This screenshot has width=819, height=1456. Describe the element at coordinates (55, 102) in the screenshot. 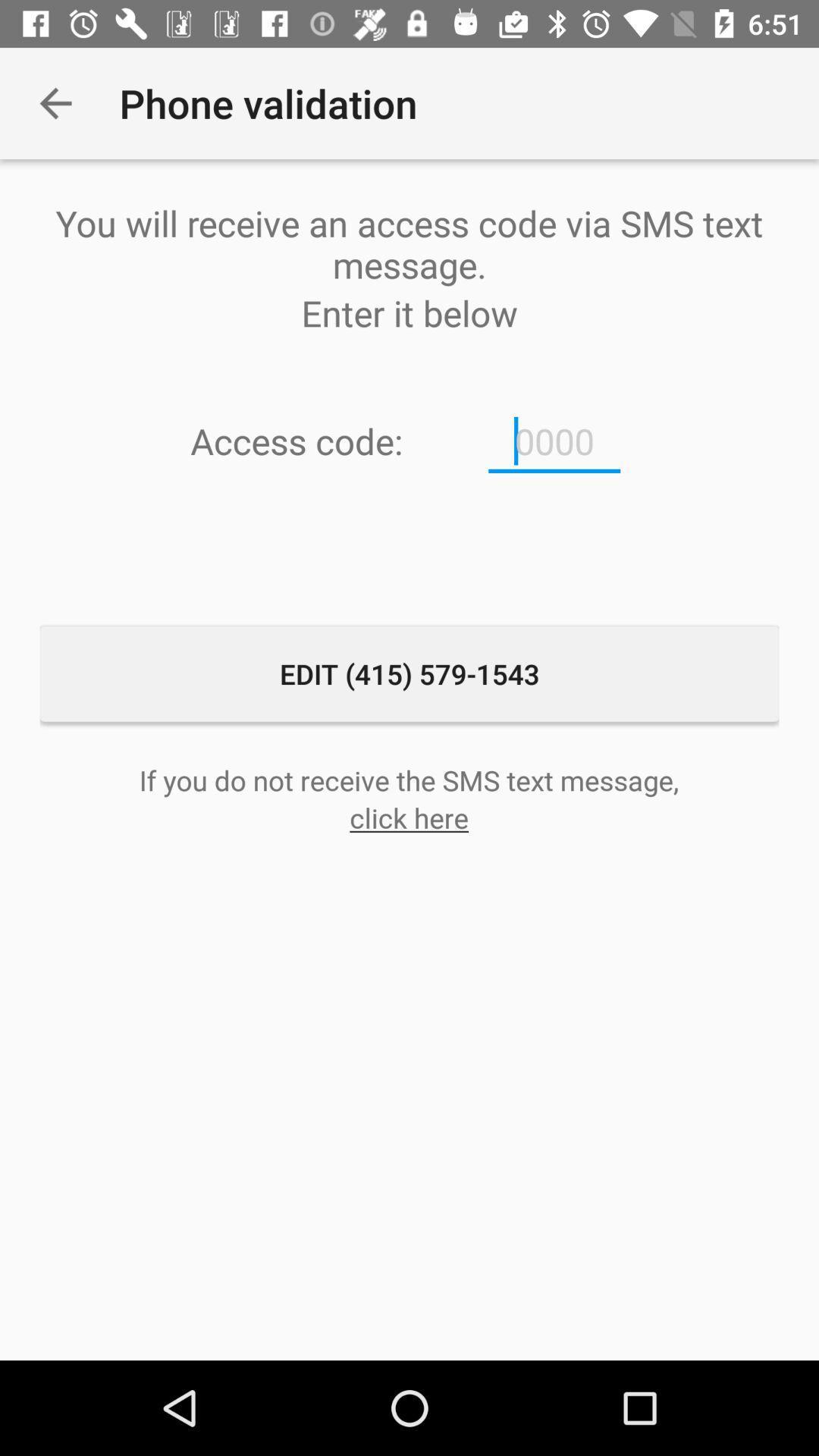

I see `icon above you will receive icon` at that location.